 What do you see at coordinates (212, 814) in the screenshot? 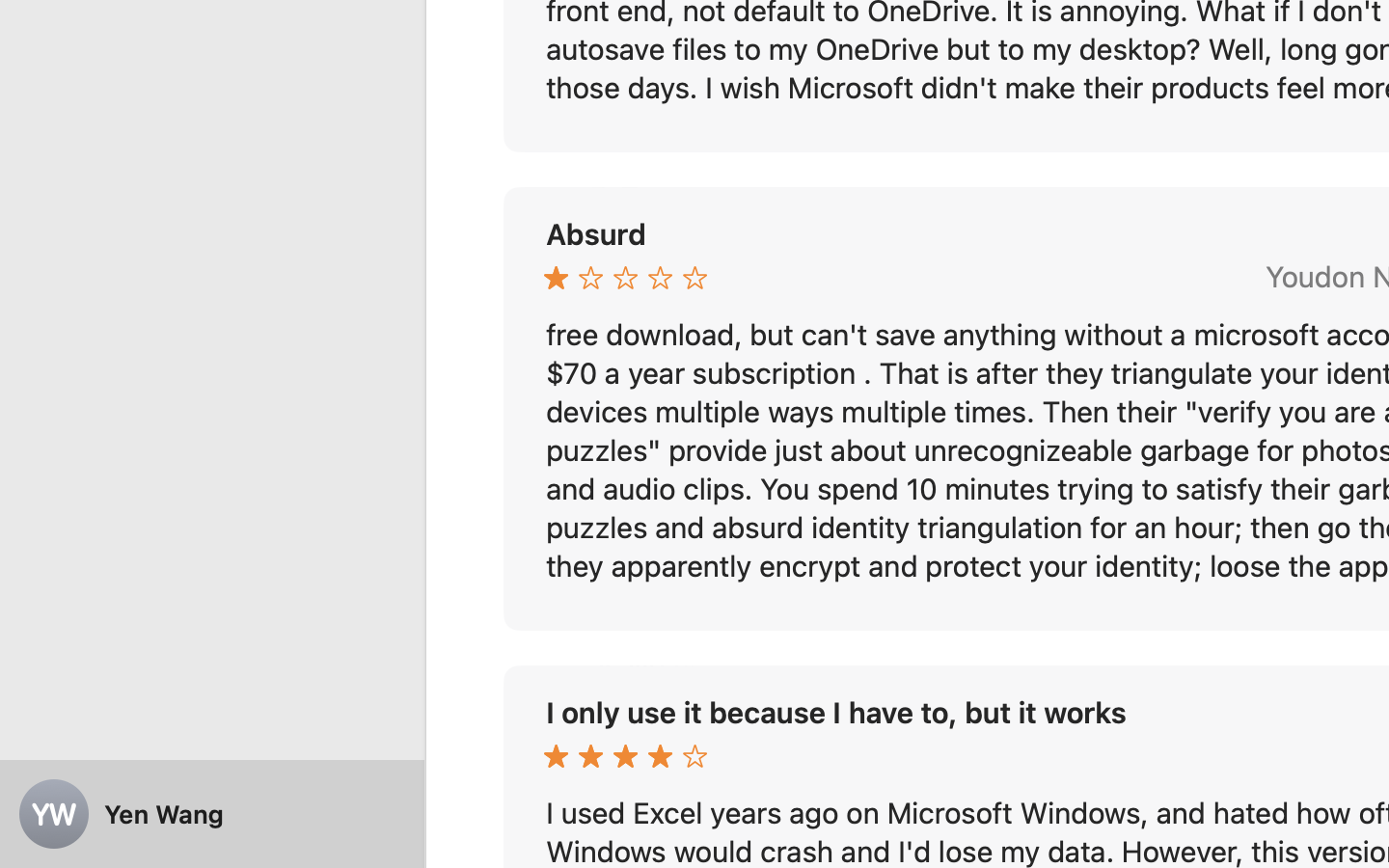
I see `'Yen Wang'` at bounding box center [212, 814].